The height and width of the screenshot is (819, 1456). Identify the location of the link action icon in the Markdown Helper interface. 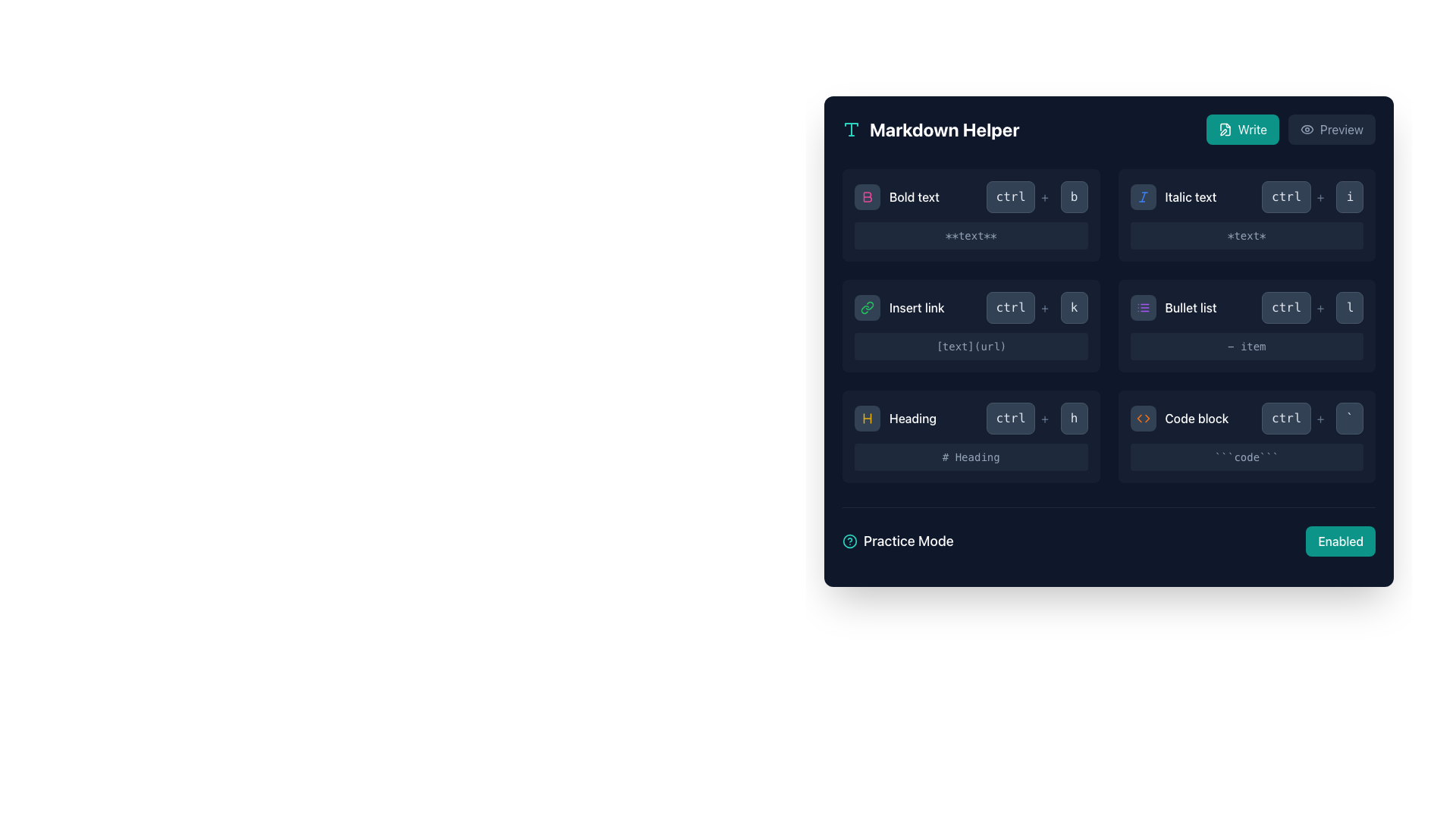
(867, 307).